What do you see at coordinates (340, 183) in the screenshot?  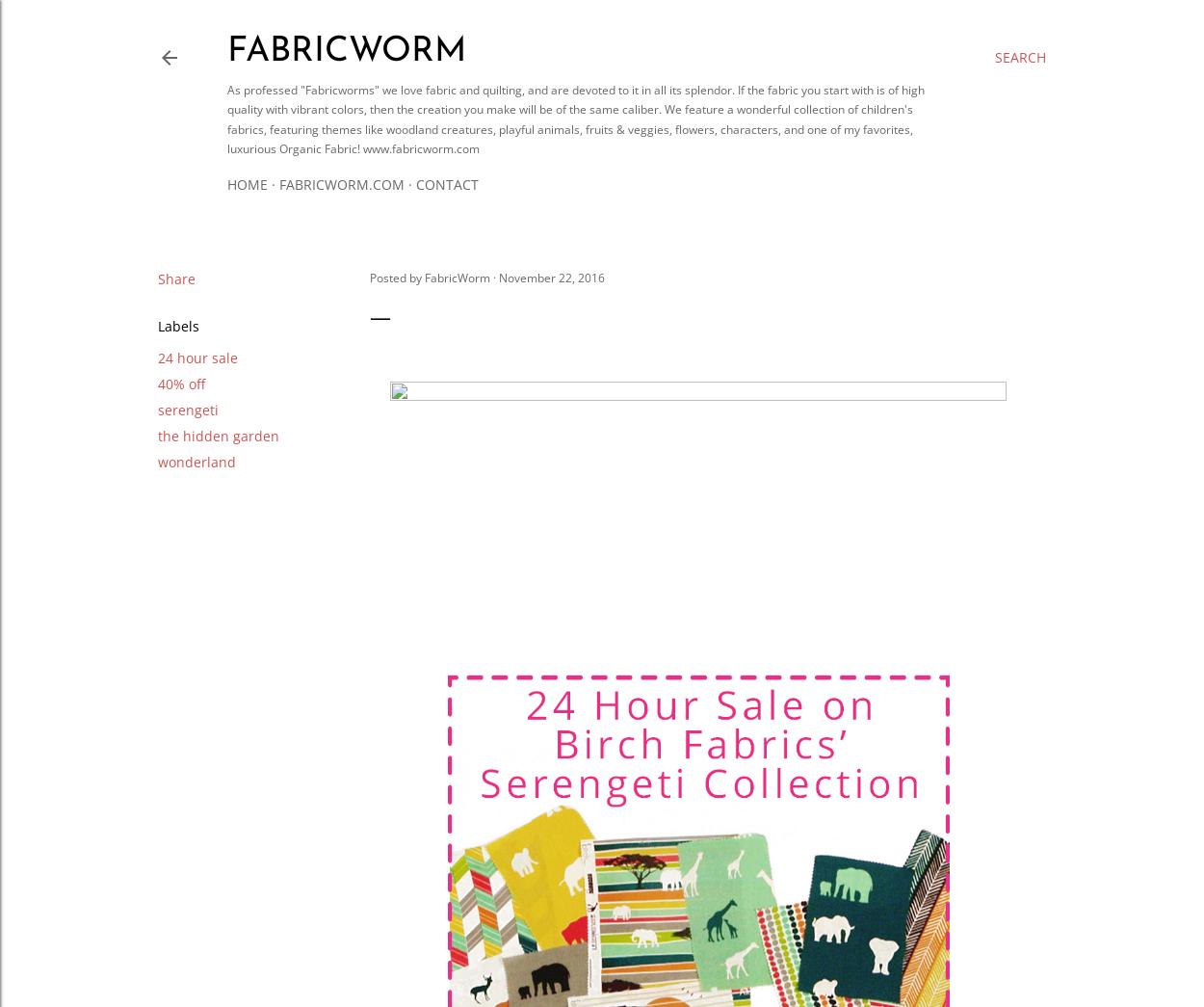 I see `'Fabricworm.com'` at bounding box center [340, 183].